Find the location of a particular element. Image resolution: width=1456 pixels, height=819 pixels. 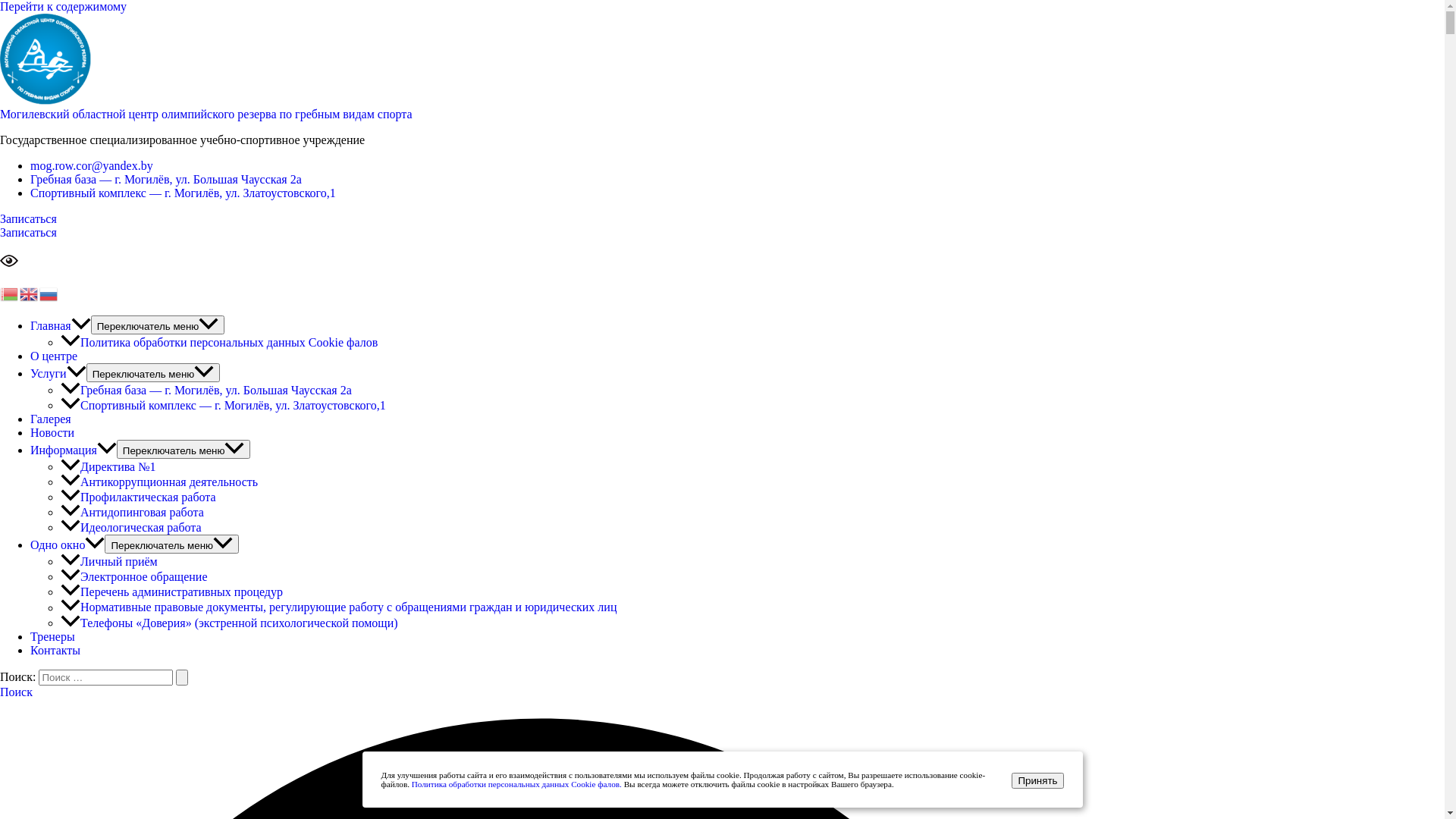

'English' is located at coordinates (29, 293).